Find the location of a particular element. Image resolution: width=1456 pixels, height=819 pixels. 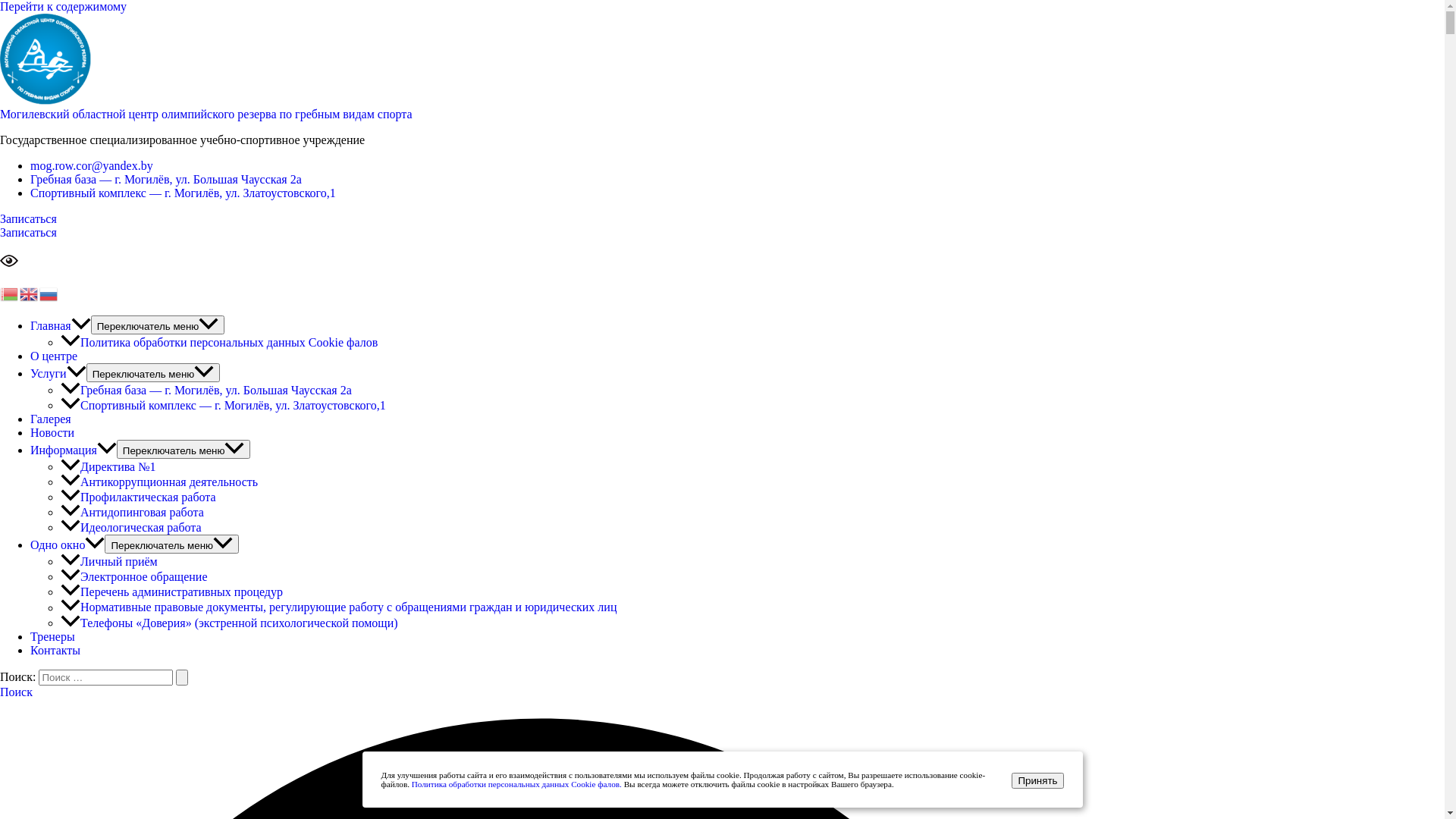

'English' is located at coordinates (29, 293).